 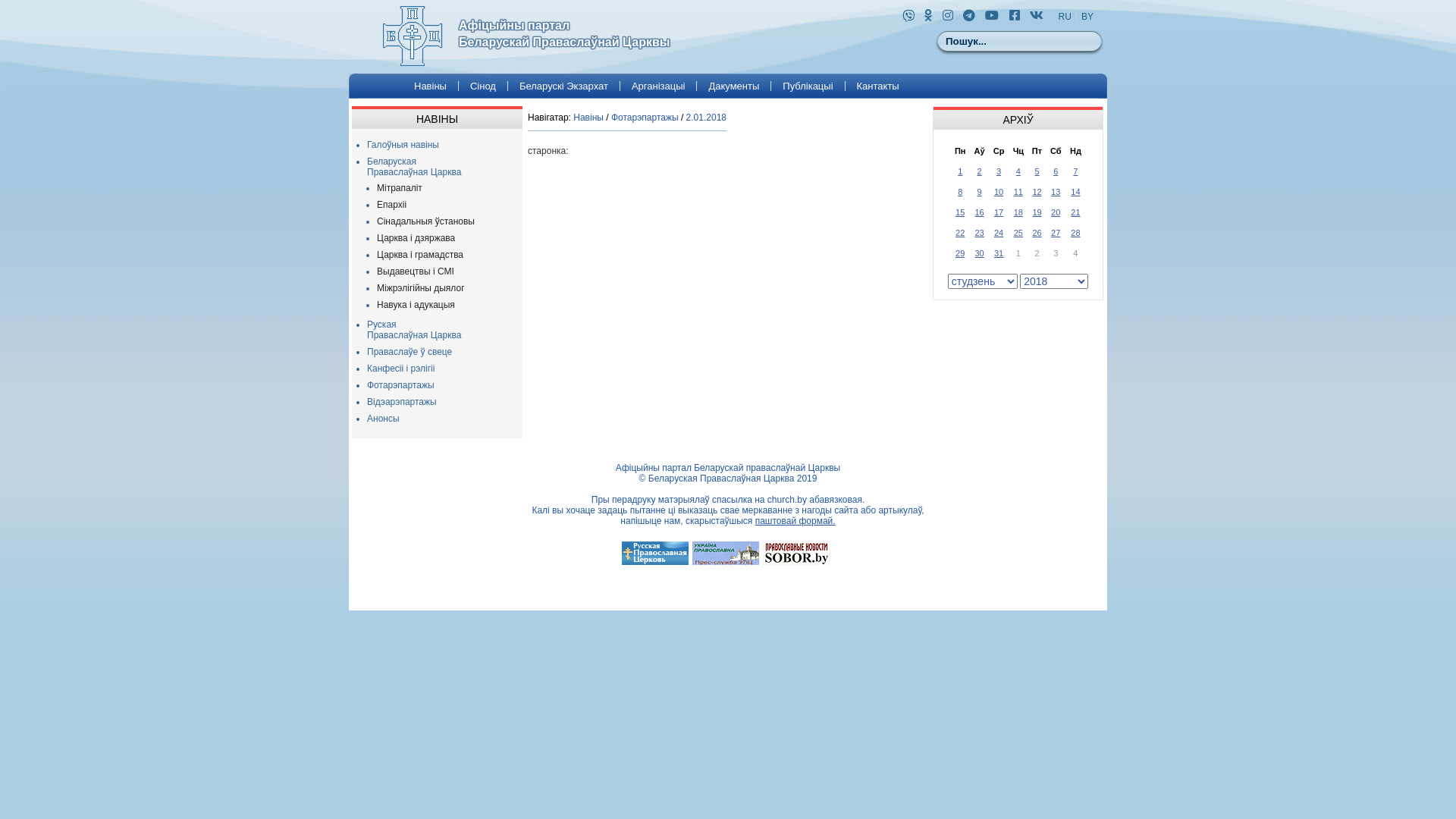 I want to click on '26', so click(x=1036, y=231).